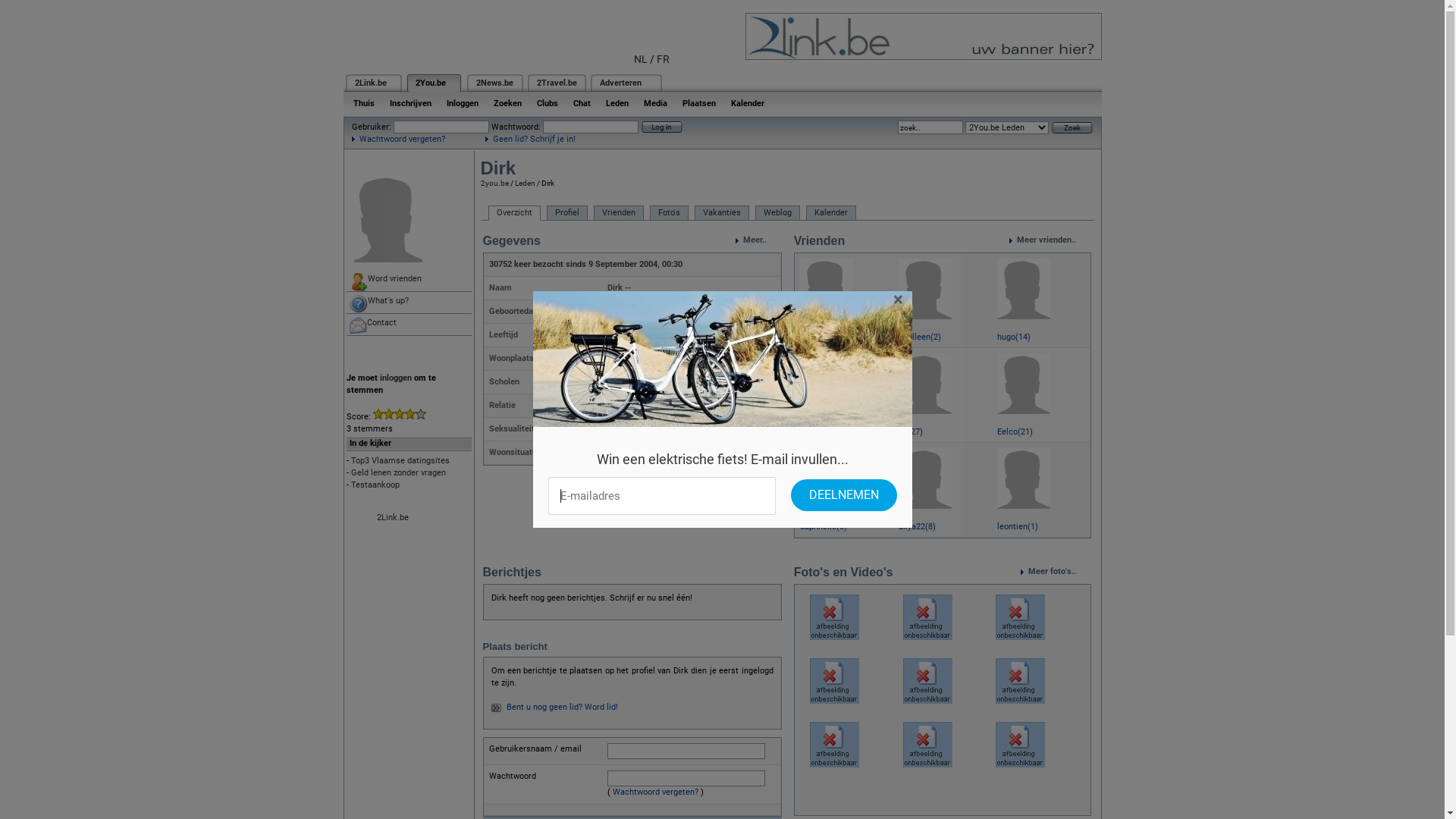 The height and width of the screenshot is (819, 1456). What do you see at coordinates (654, 381) in the screenshot?
I see `'Bokrijk St-Jozefinstituut'` at bounding box center [654, 381].